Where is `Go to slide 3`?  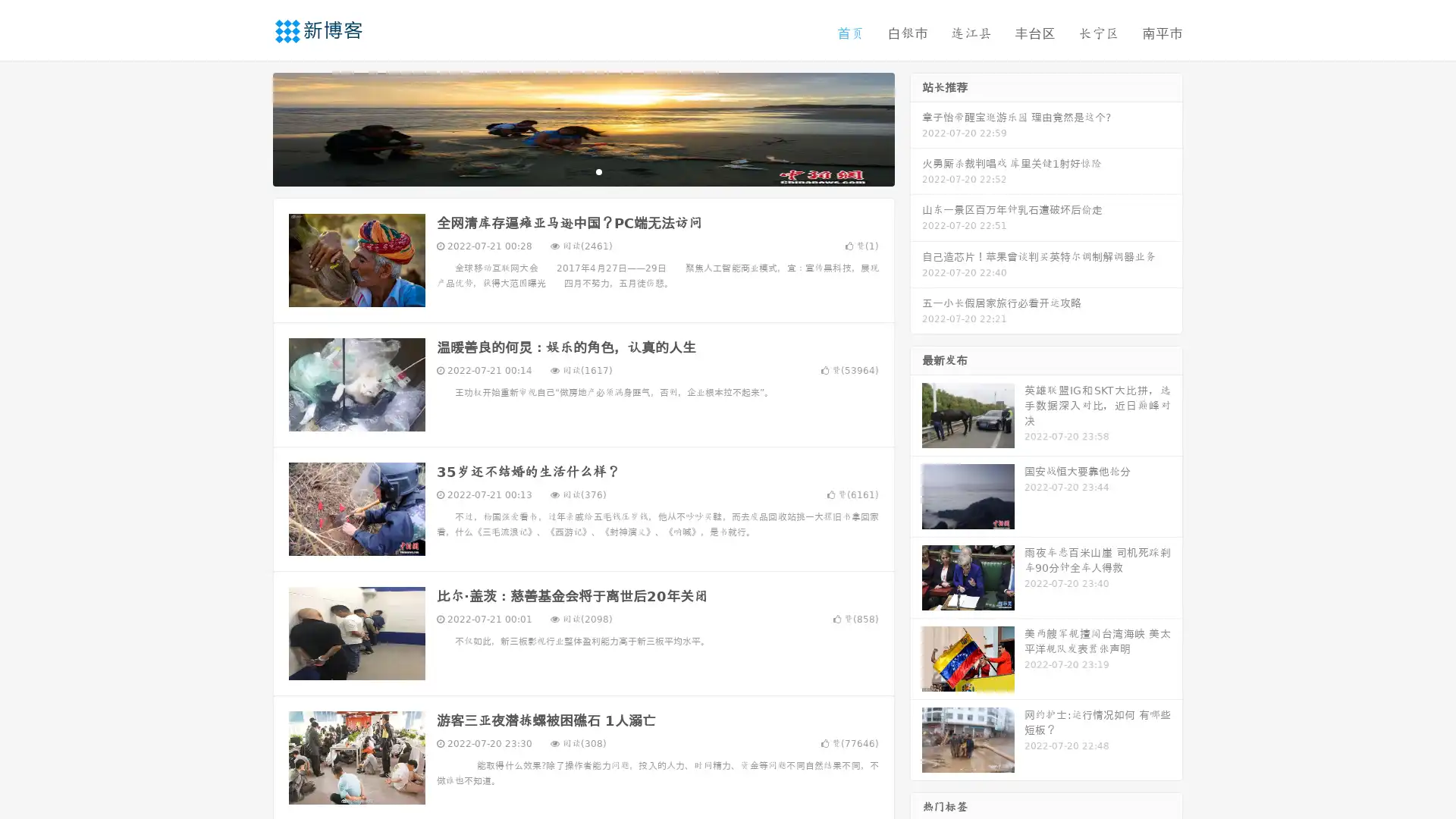 Go to slide 3 is located at coordinates (598, 171).